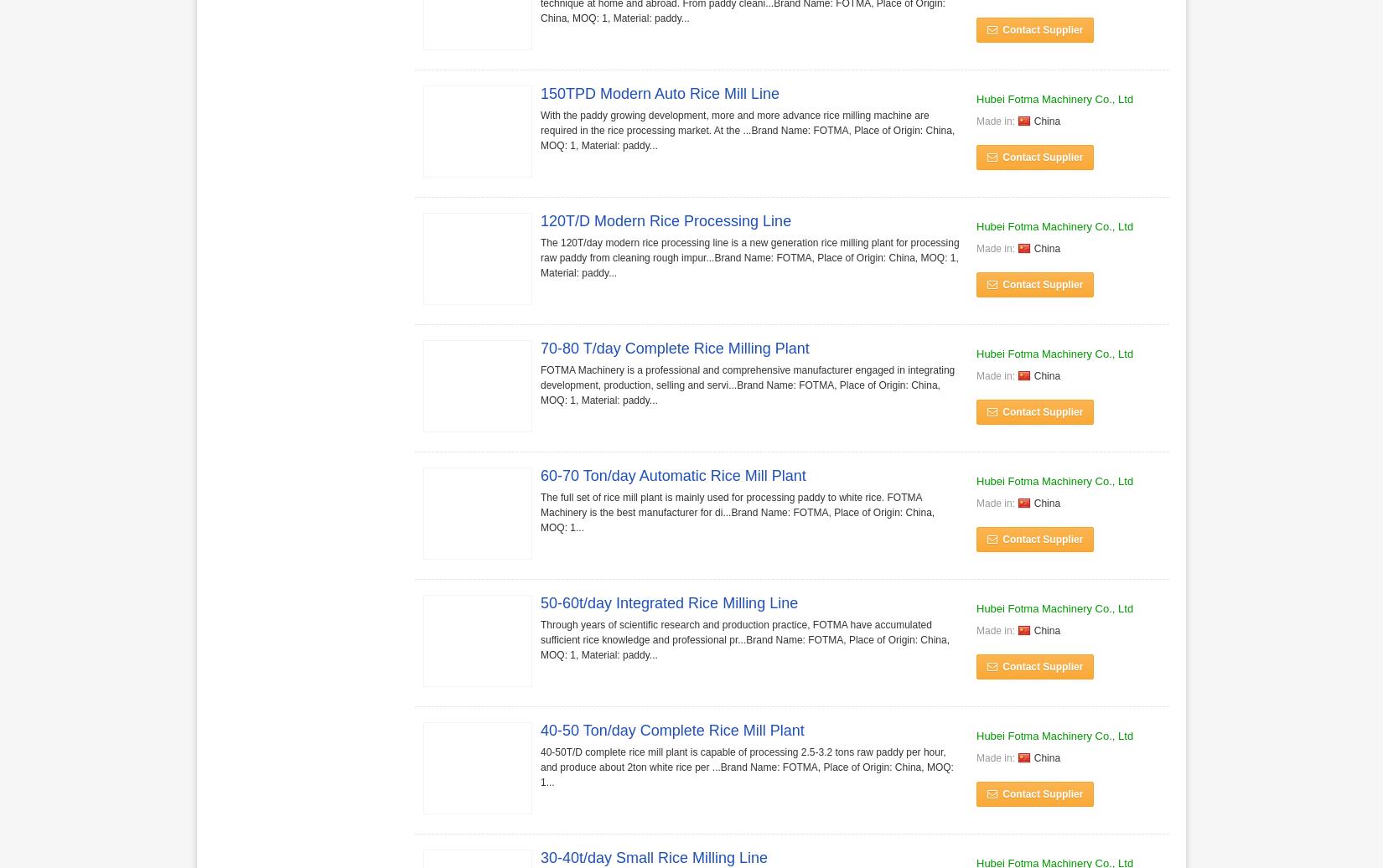 This screenshot has height=868, width=1383. Describe the element at coordinates (749, 256) in the screenshot. I see `'The 120T/day modern rice processing line is a new generation rice milling plant for processing raw paddy from cleaning rough impur...Brand Name: FOTMA, Place of Origin: China, MOQ: 1, Material: paddy...'` at that location.